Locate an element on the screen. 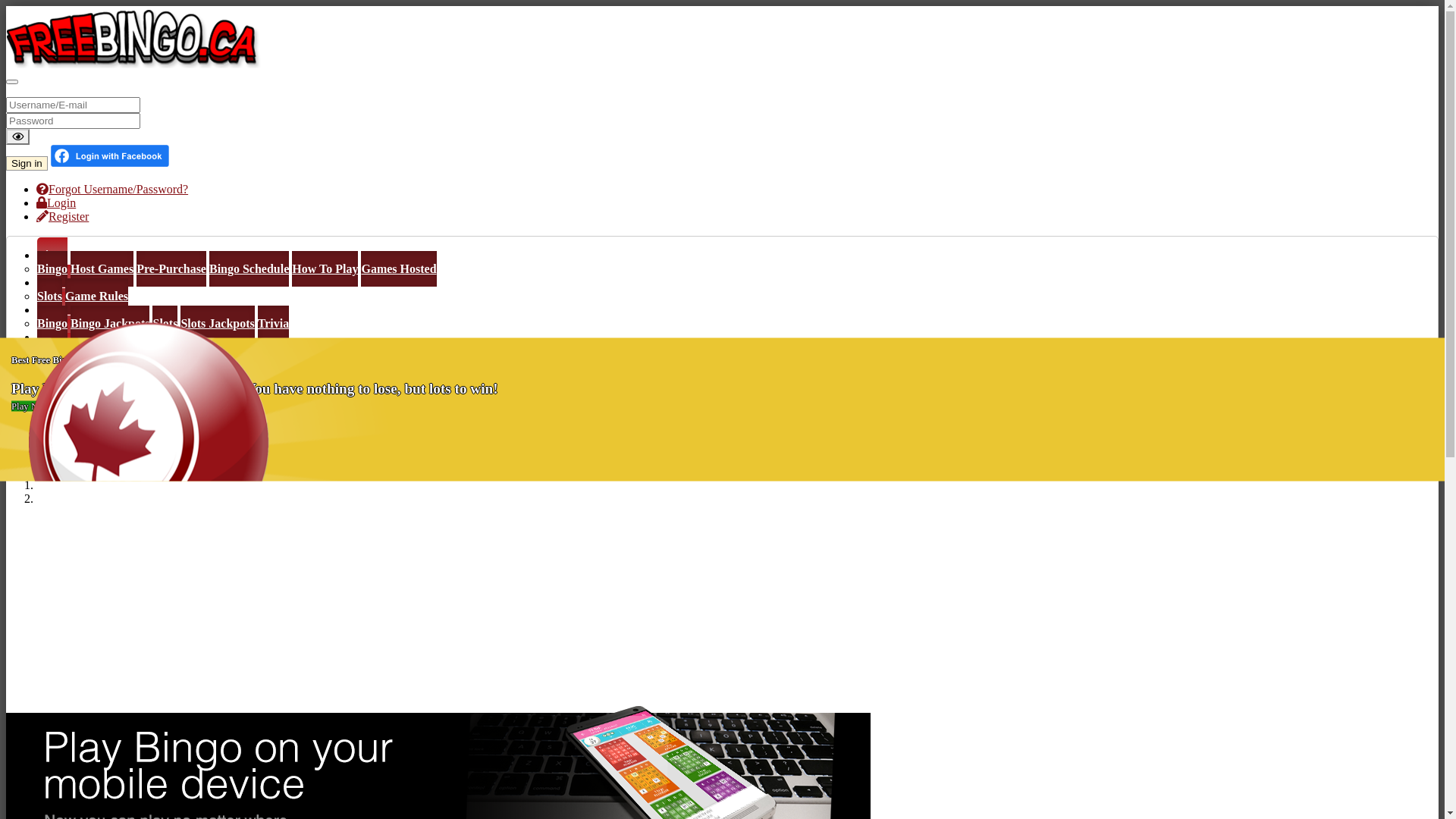  'How To Play' is located at coordinates (324, 268).